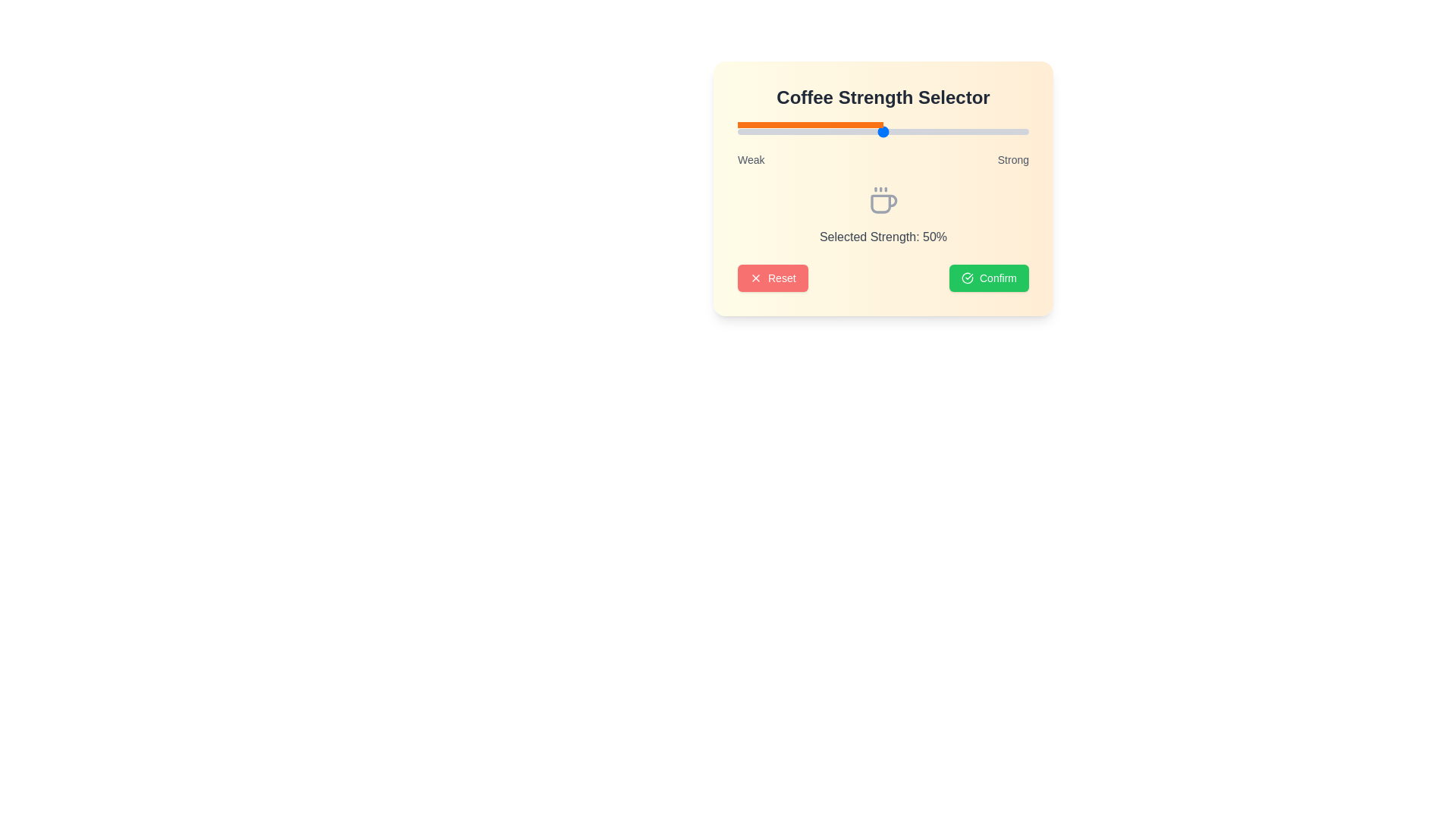 The image size is (1456, 819). What do you see at coordinates (949, 130) in the screenshot?
I see `the coffee strength` at bounding box center [949, 130].